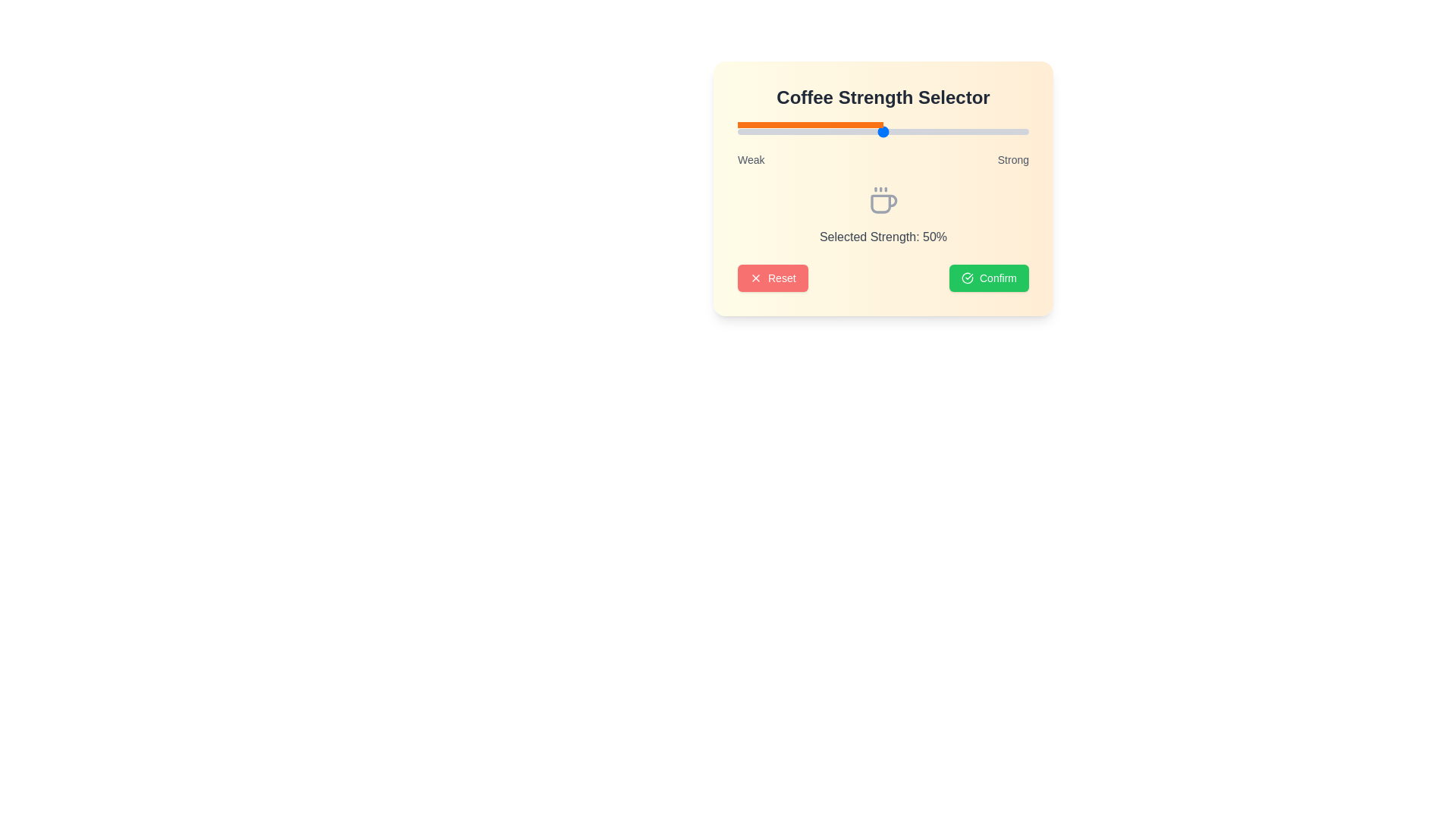 The image size is (1456, 819). What do you see at coordinates (949, 130) in the screenshot?
I see `the coffee strength` at bounding box center [949, 130].